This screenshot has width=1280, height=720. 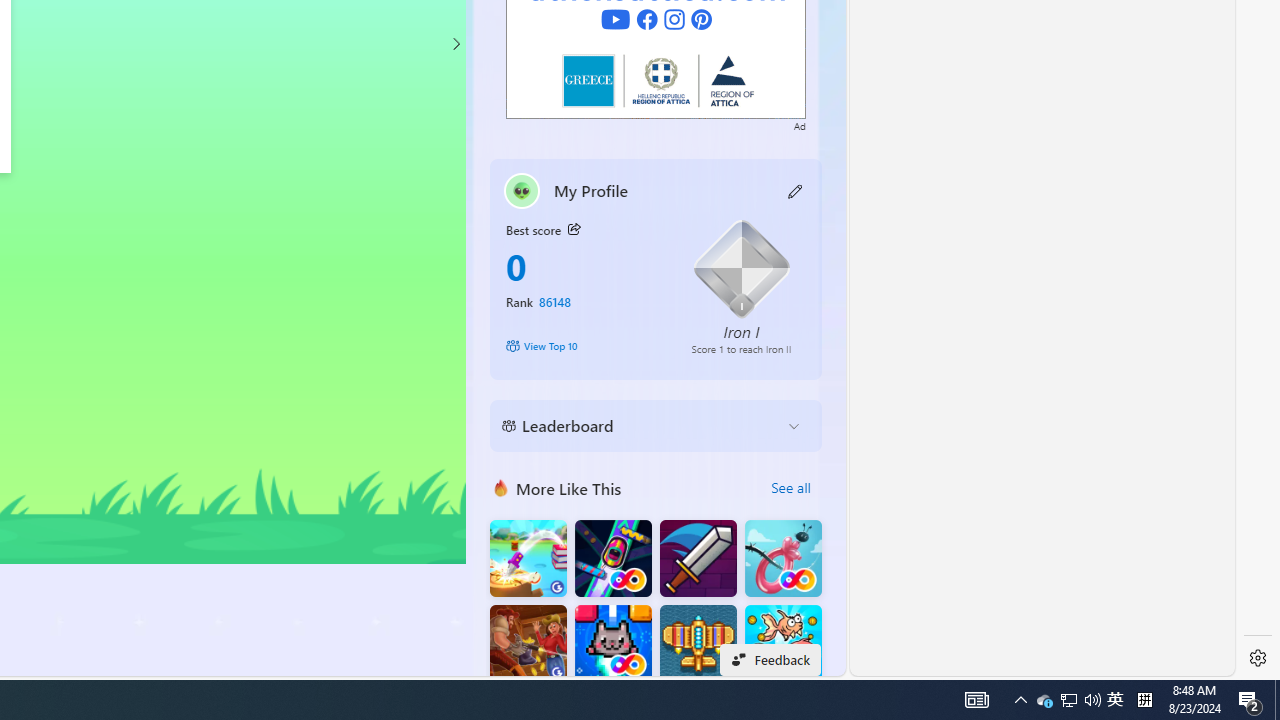 What do you see at coordinates (528, 643) in the screenshot?
I see `'Saloon Robbery'` at bounding box center [528, 643].